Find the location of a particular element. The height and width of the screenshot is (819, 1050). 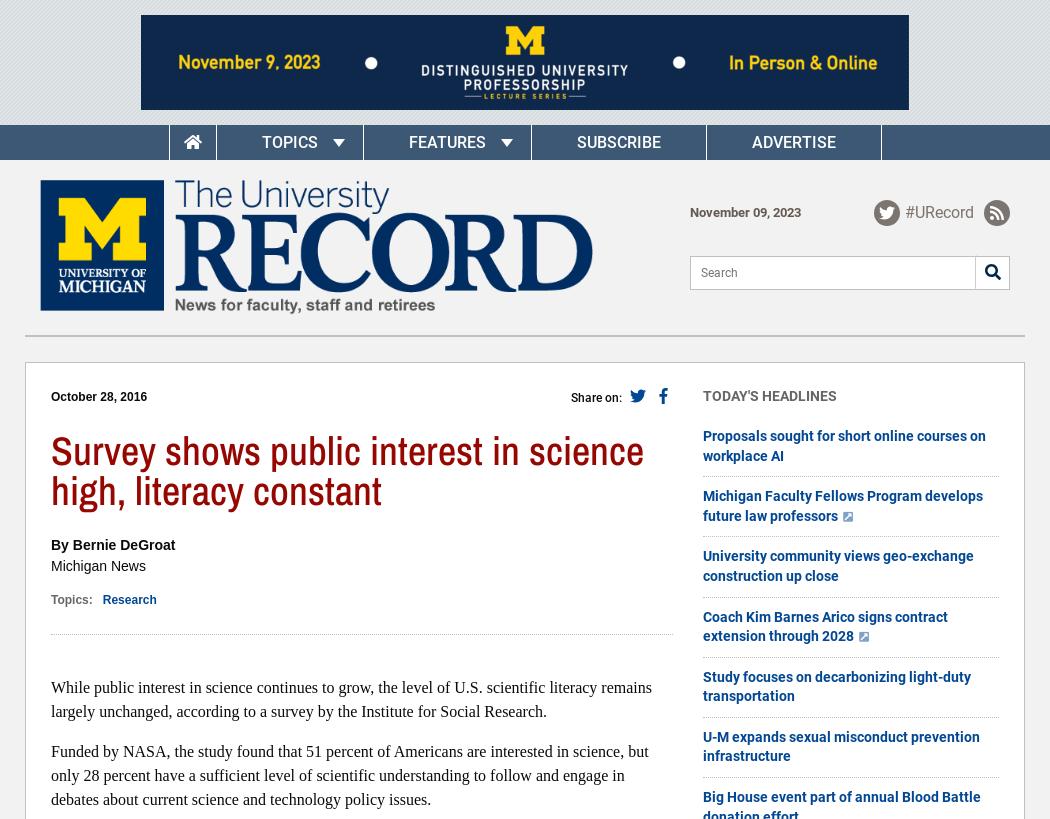

'By Bernie DeGroat' is located at coordinates (112, 544).